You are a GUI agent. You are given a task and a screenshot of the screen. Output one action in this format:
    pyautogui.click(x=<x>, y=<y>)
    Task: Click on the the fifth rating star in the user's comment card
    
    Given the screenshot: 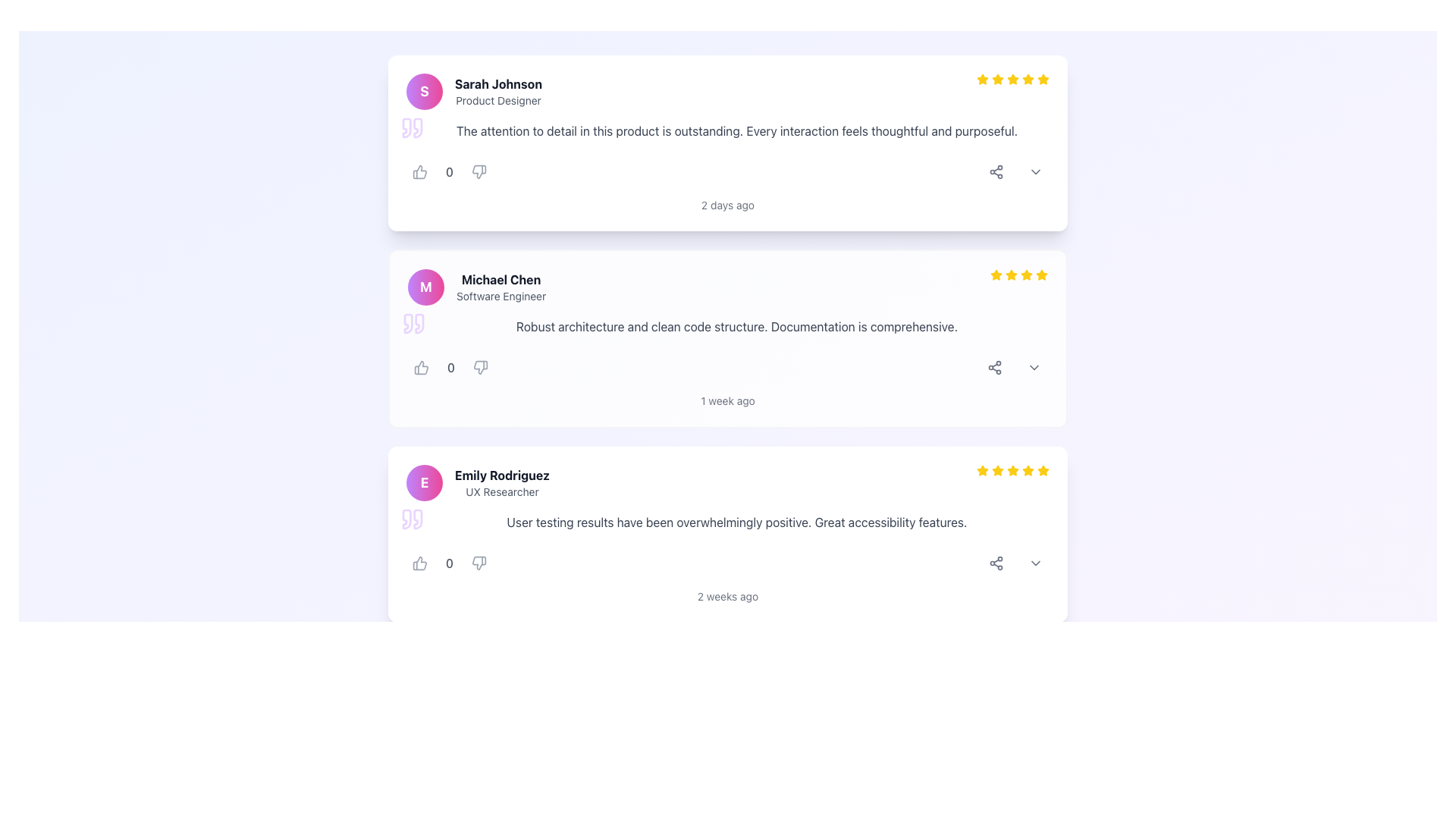 What is the action you would take?
    pyautogui.click(x=1028, y=469)
    